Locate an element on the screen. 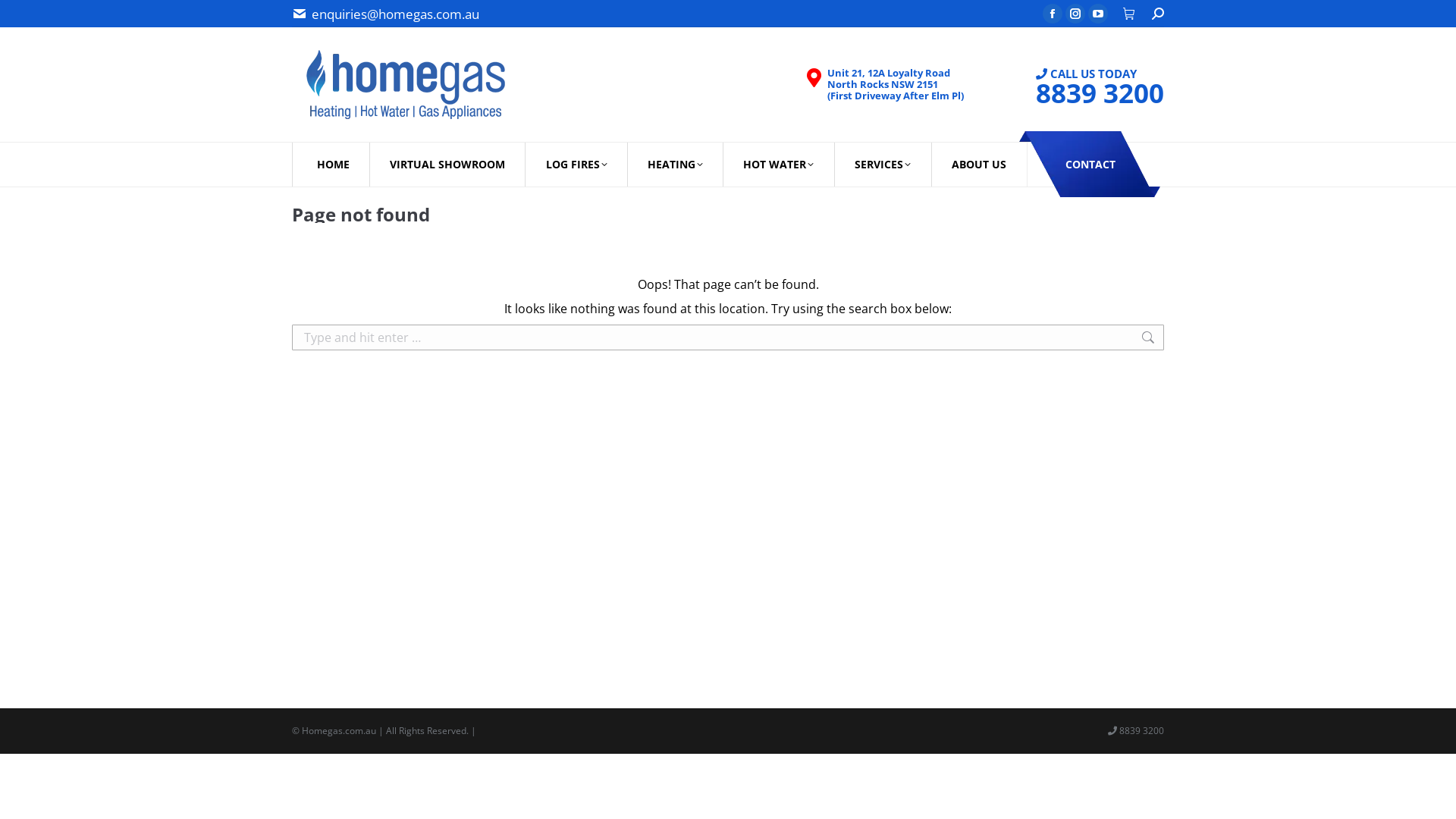 The height and width of the screenshot is (819, 1456). ' ' is located at coordinates (1129, 13).